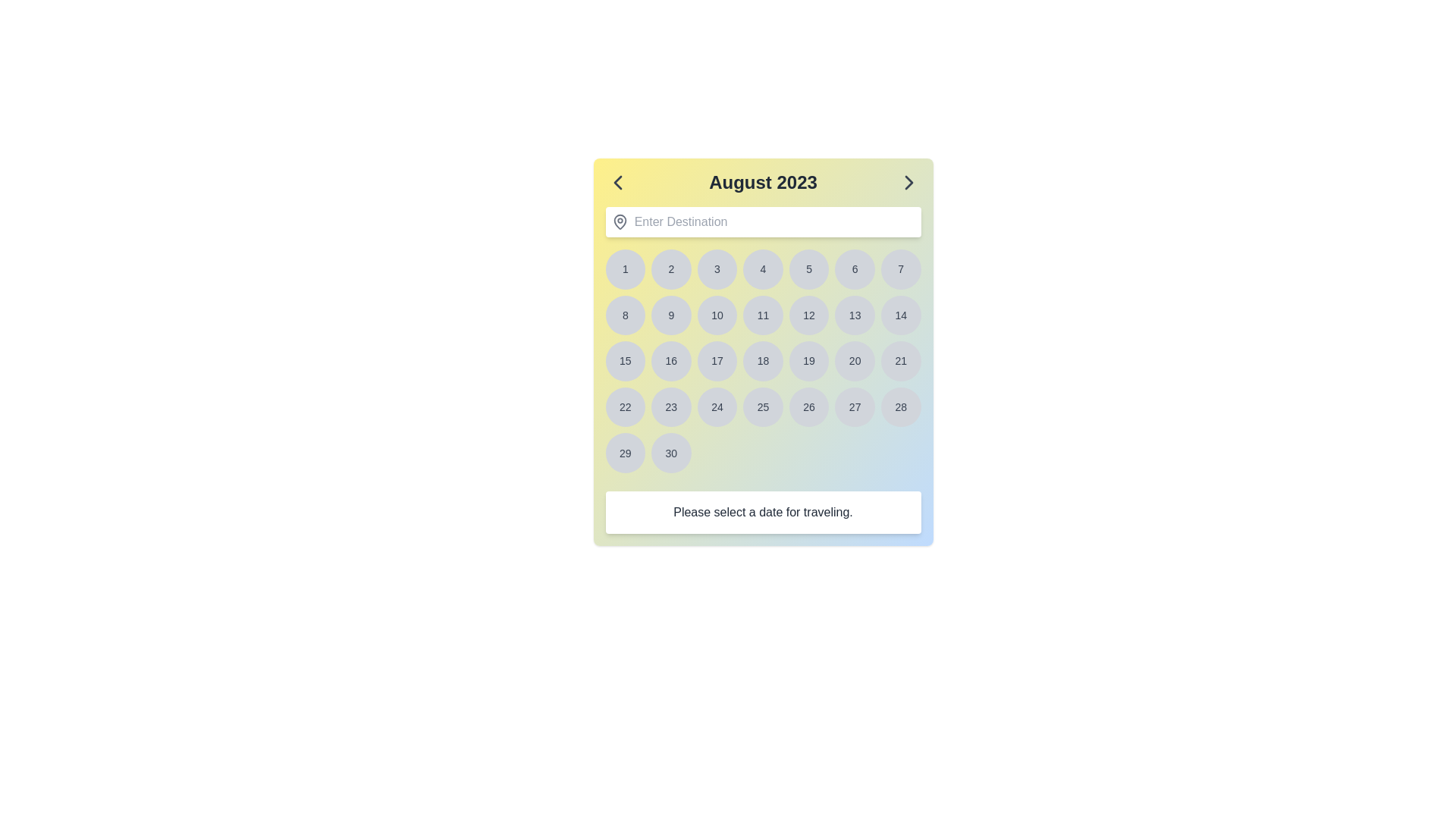 The height and width of the screenshot is (819, 1456). I want to click on the chevron icon located at the far right of the header section titled 'August 2023', so click(908, 181).